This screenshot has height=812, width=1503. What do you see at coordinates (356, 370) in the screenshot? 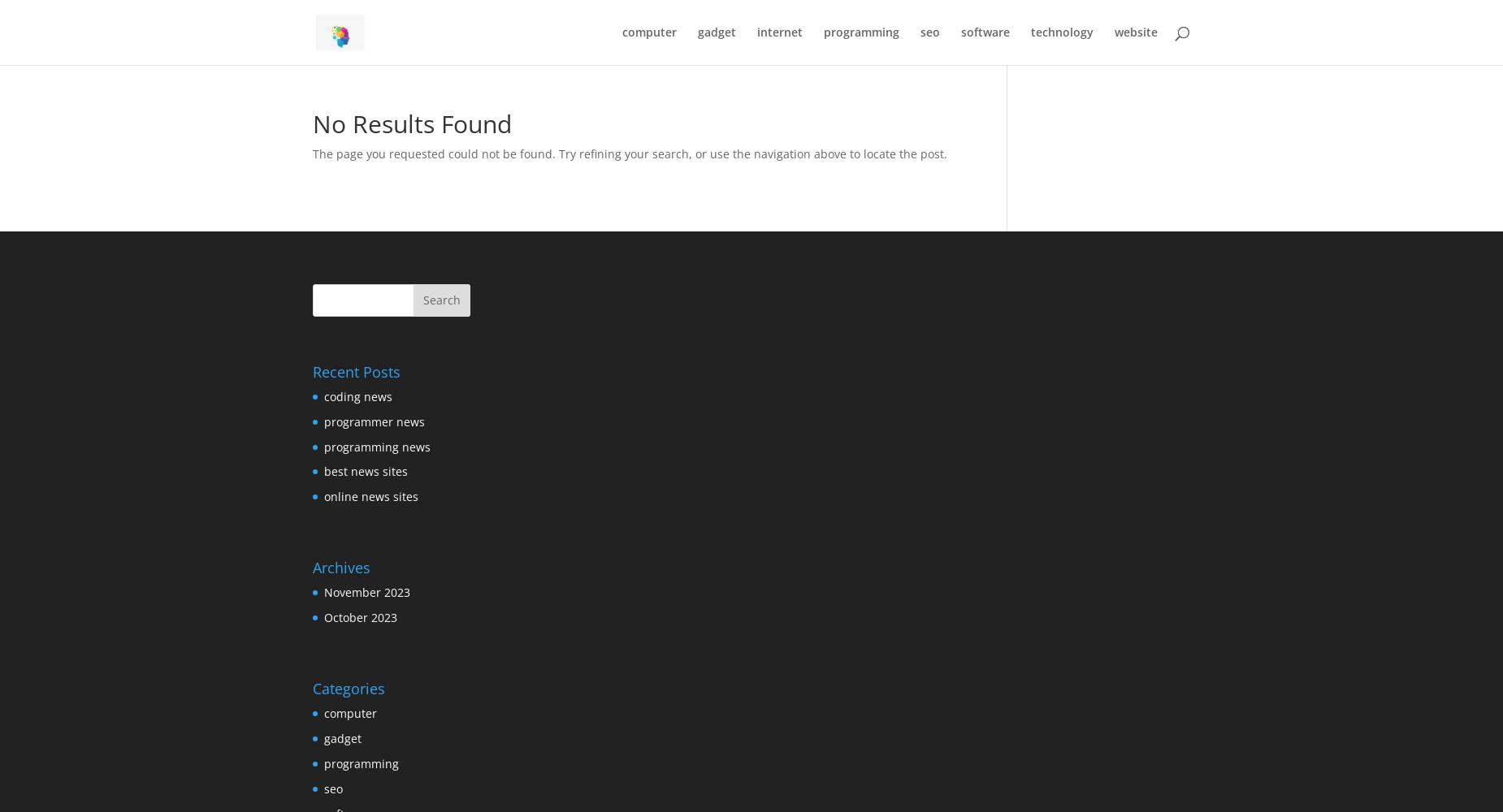
I see `'Recent Posts'` at bounding box center [356, 370].